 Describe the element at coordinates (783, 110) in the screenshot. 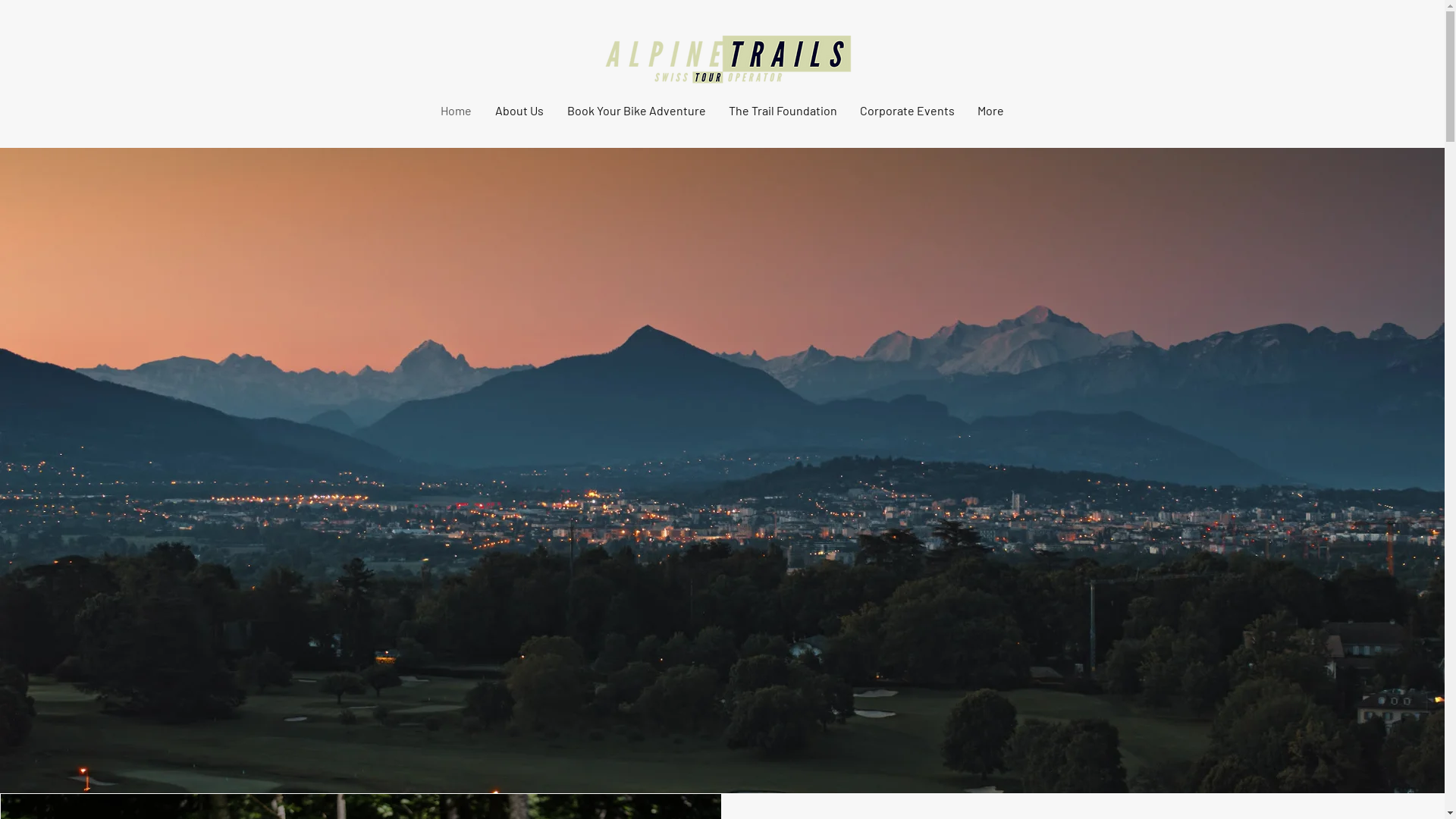

I see `'The Trail Foundation'` at that location.